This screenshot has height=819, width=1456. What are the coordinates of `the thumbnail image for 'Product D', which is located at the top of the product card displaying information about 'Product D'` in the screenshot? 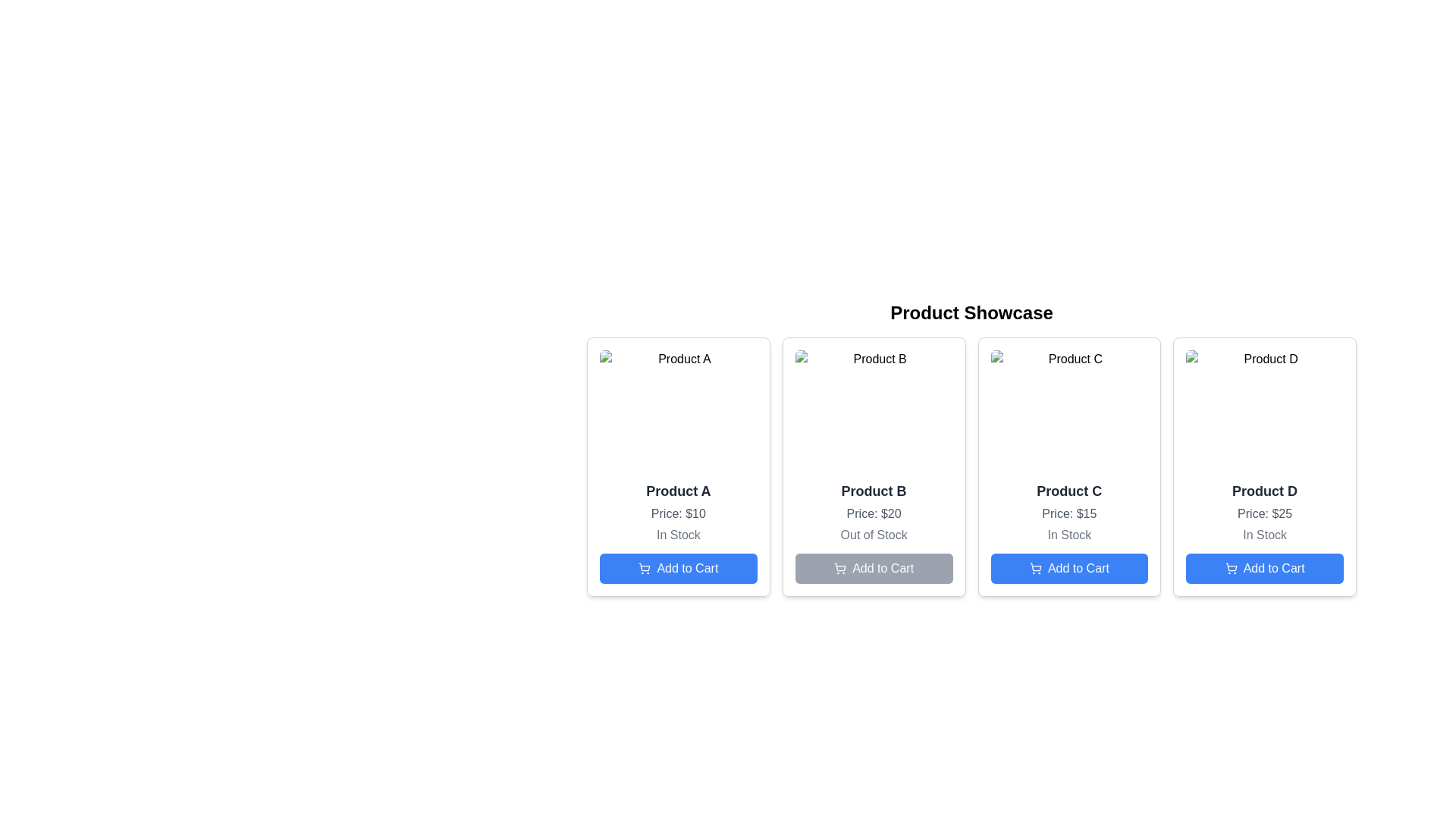 It's located at (1265, 411).